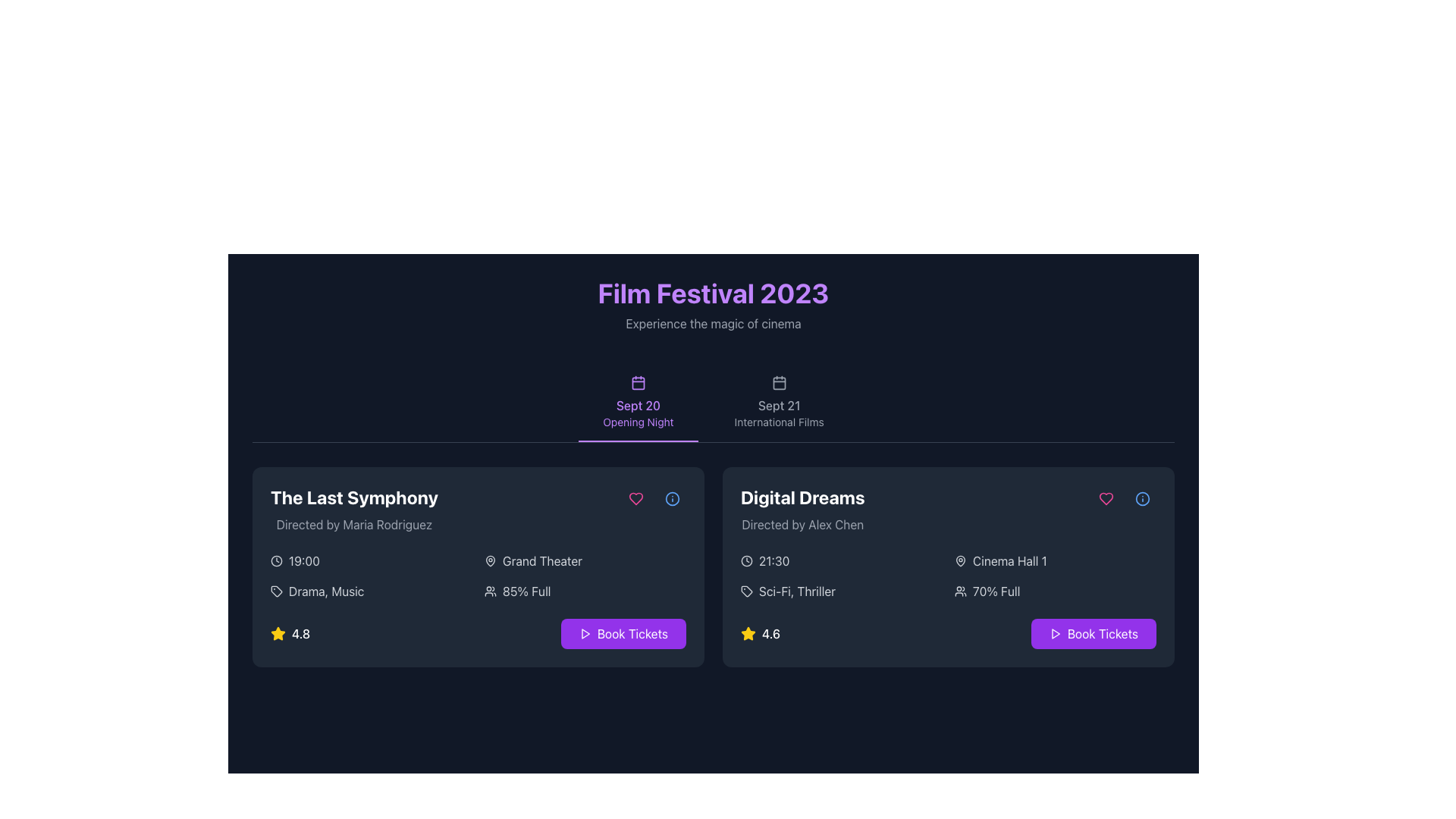 This screenshot has height=819, width=1456. Describe the element at coordinates (290, 634) in the screenshot. I see `the star icon in the rating display for 'The Last Symphony'` at that location.